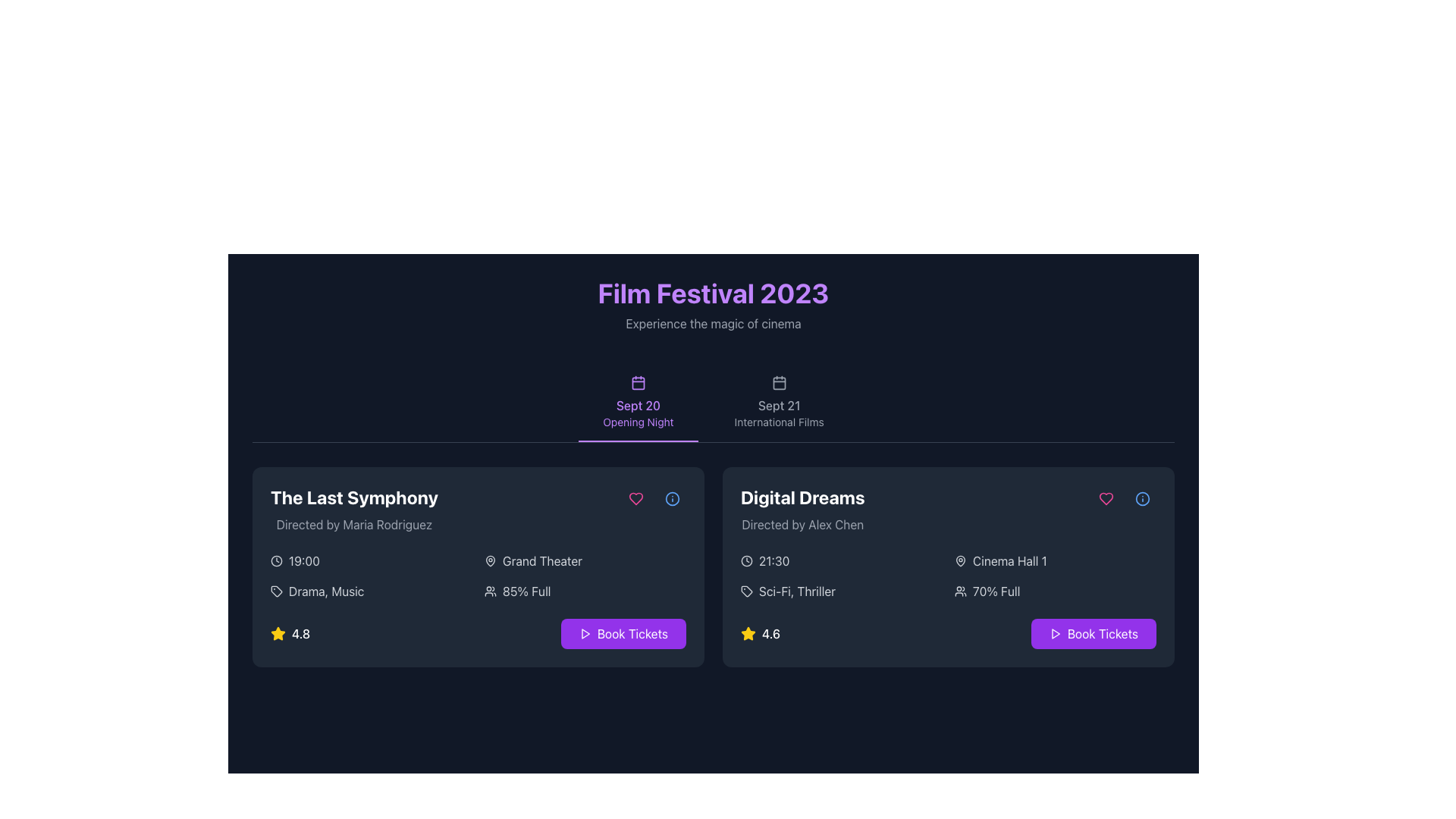 This screenshot has height=819, width=1456. Describe the element at coordinates (290, 634) in the screenshot. I see `the star icon in the rating display for 'The Last Symphony'` at that location.